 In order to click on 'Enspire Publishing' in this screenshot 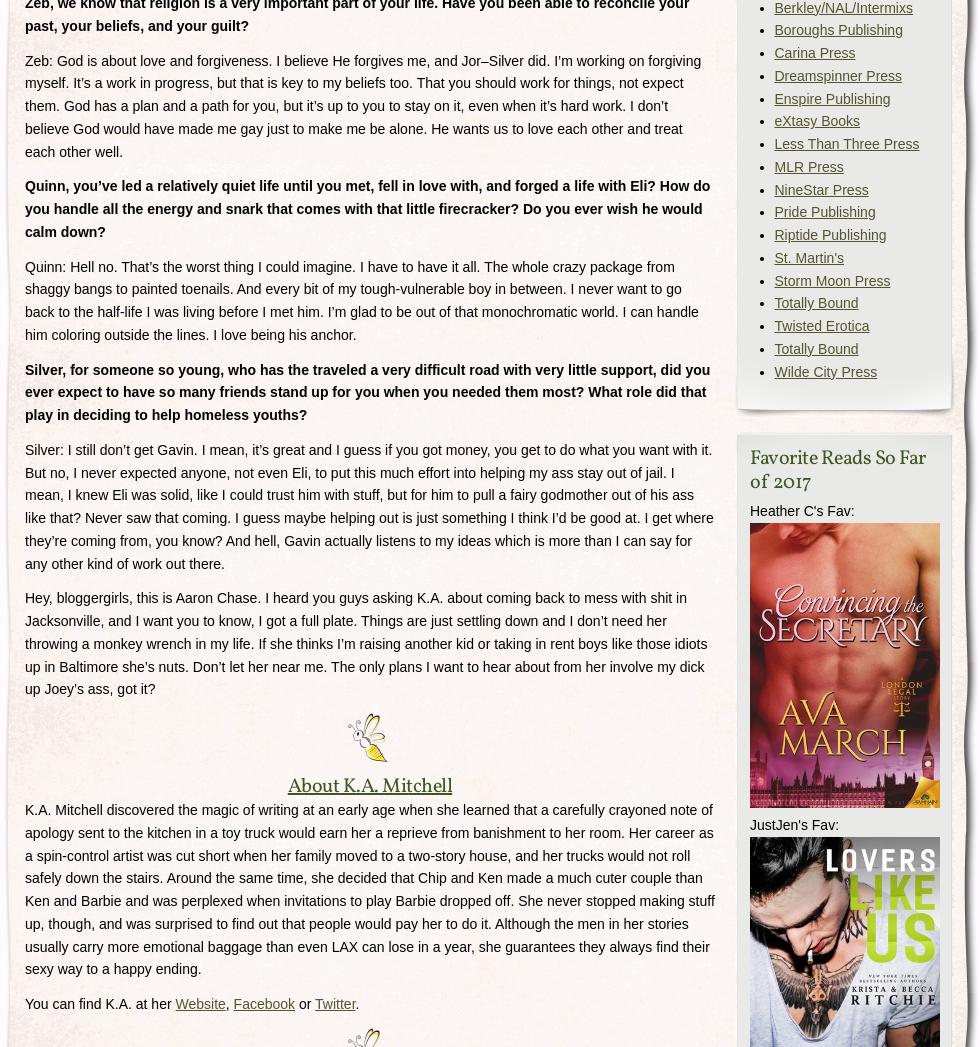, I will do `click(832, 96)`.